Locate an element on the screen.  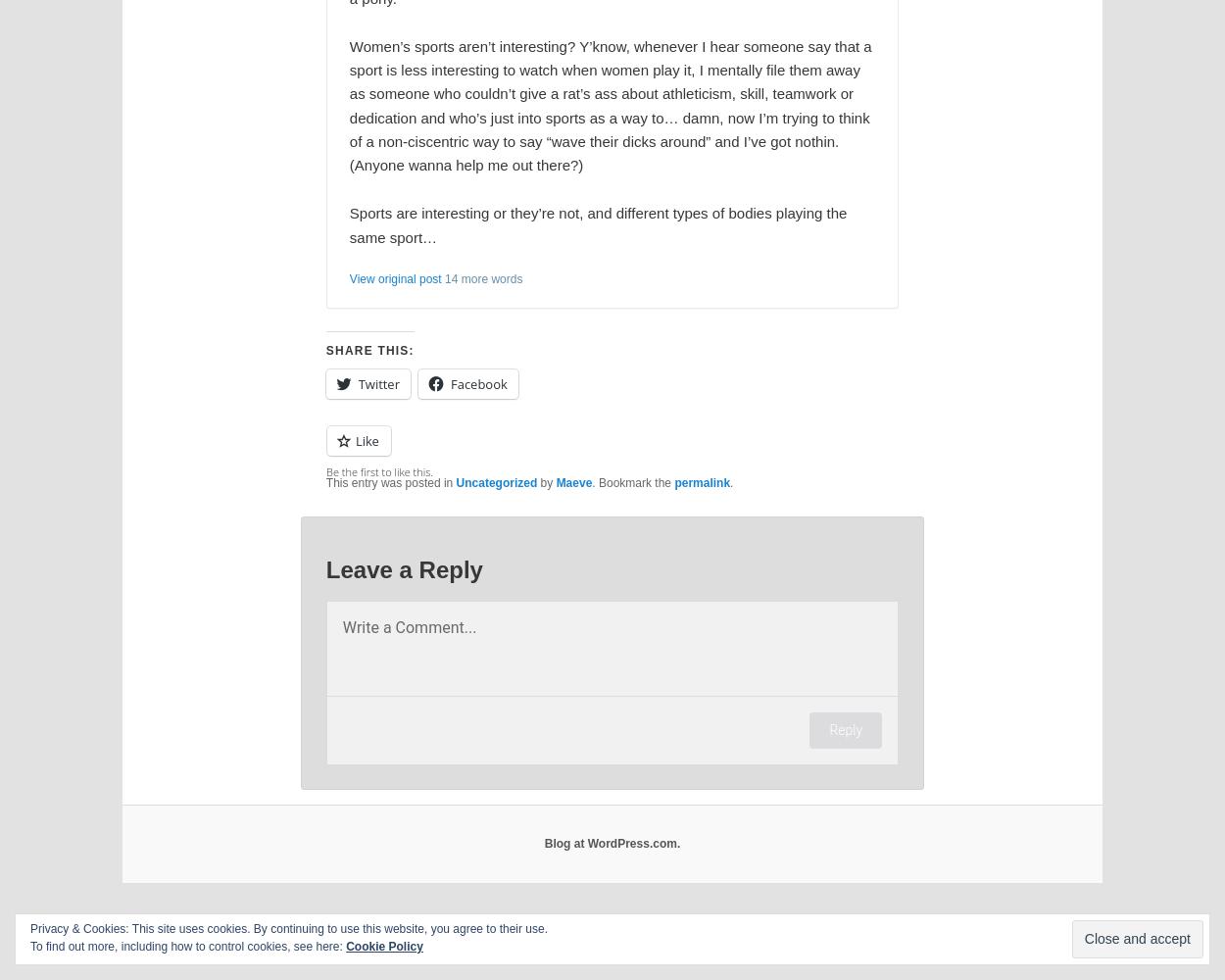
'Women’s sports aren’t interesting? Y’know, whenever I hear someone say that a sport is less interesting to watch when women play it, I mentally file them away as someone who couldn’t give a rat’s ass about athleticism, skill, teamwork or dedication and who’s just into sports as a way to… damn, now I’m trying to think of a non-ciscentric way to say “wave their dicks around” and I’ve got nothin. (Anyone wanna help me out there?)' is located at coordinates (609, 104).